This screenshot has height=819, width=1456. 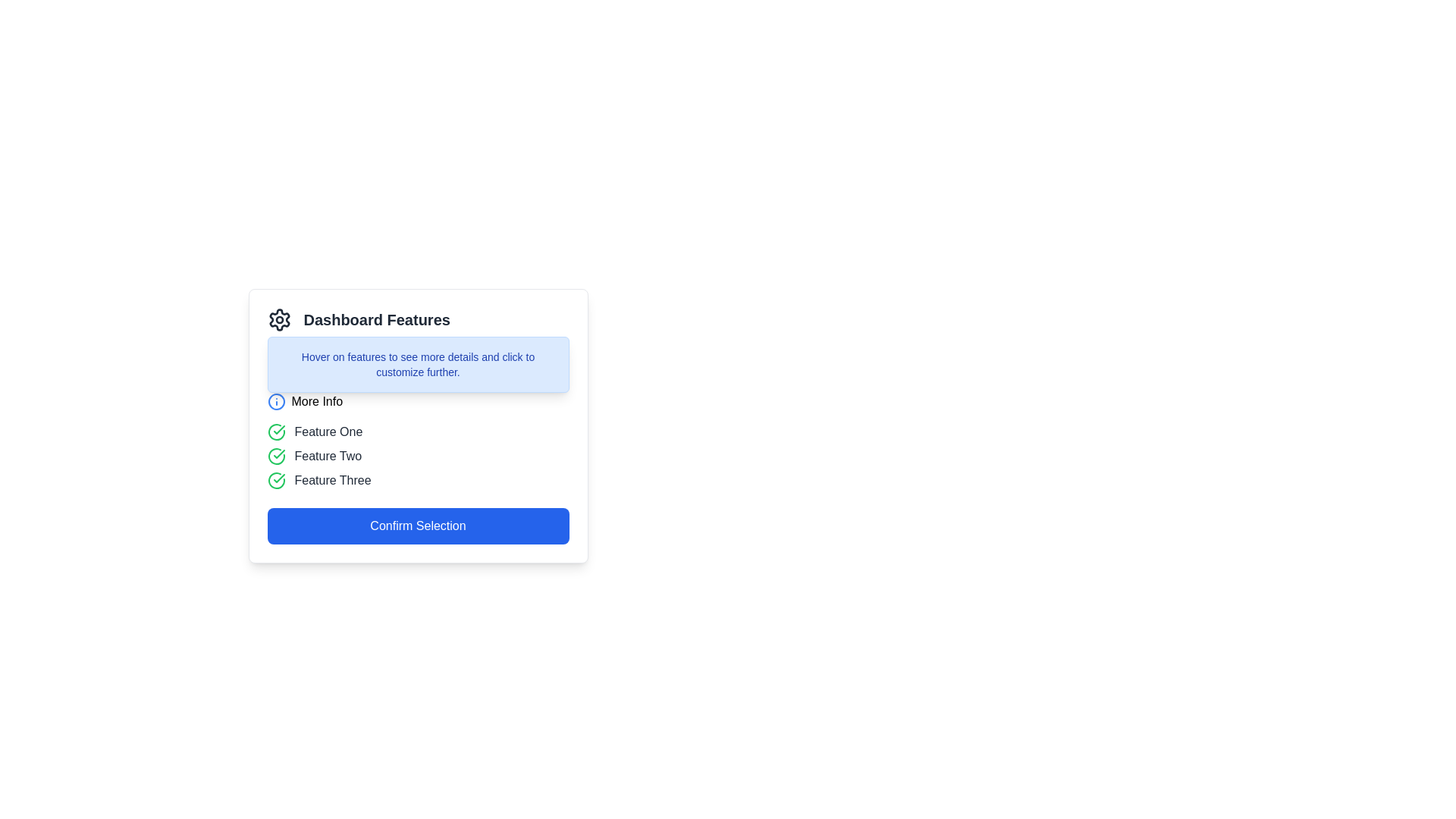 I want to click on the visual indicator icon located to the left of the text 'Feature Two', so click(x=276, y=455).